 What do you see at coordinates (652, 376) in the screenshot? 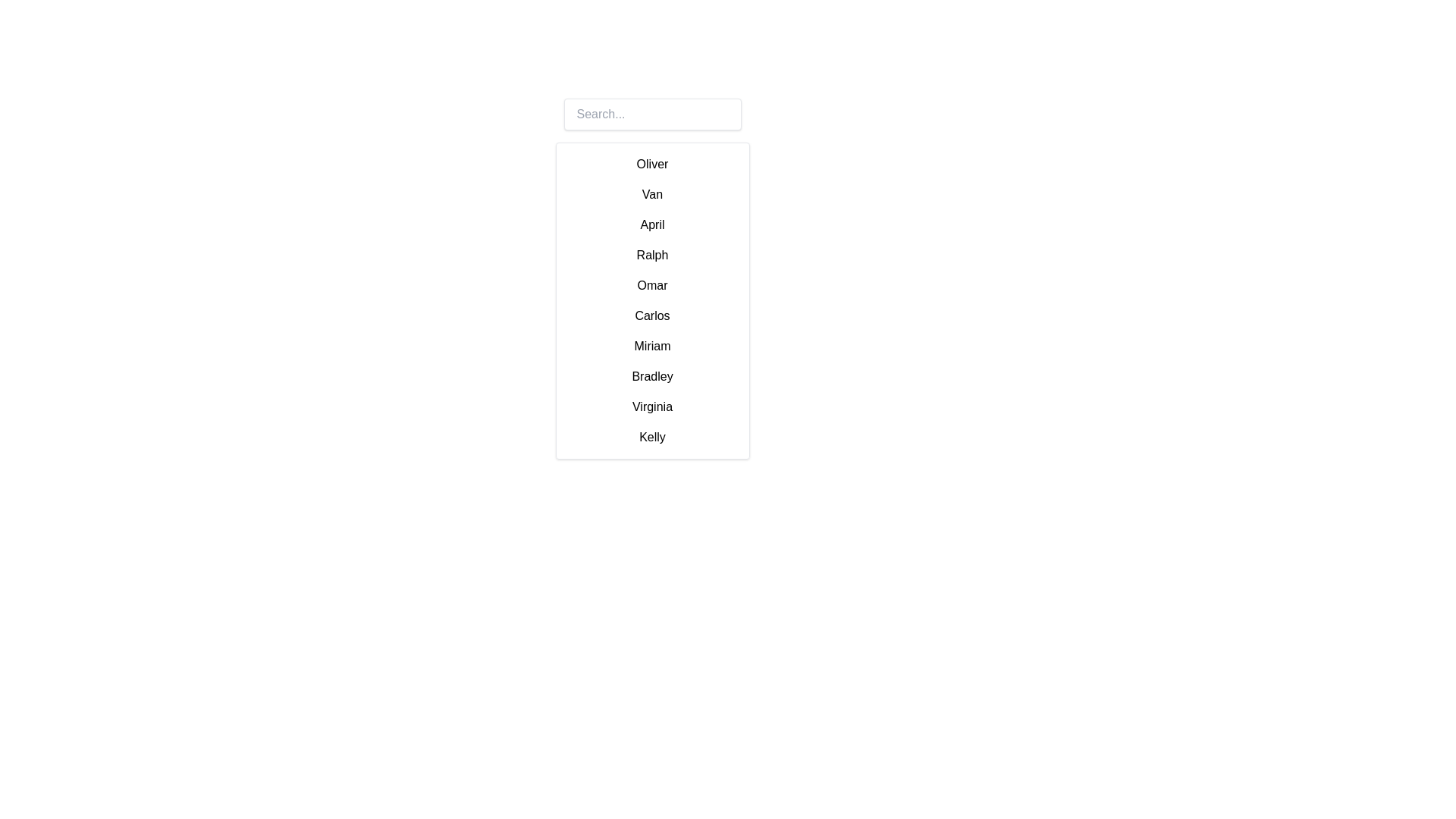
I see `the eighth item in the vertical list of names, positioned between 'Miriam' and 'Virginia'` at bounding box center [652, 376].